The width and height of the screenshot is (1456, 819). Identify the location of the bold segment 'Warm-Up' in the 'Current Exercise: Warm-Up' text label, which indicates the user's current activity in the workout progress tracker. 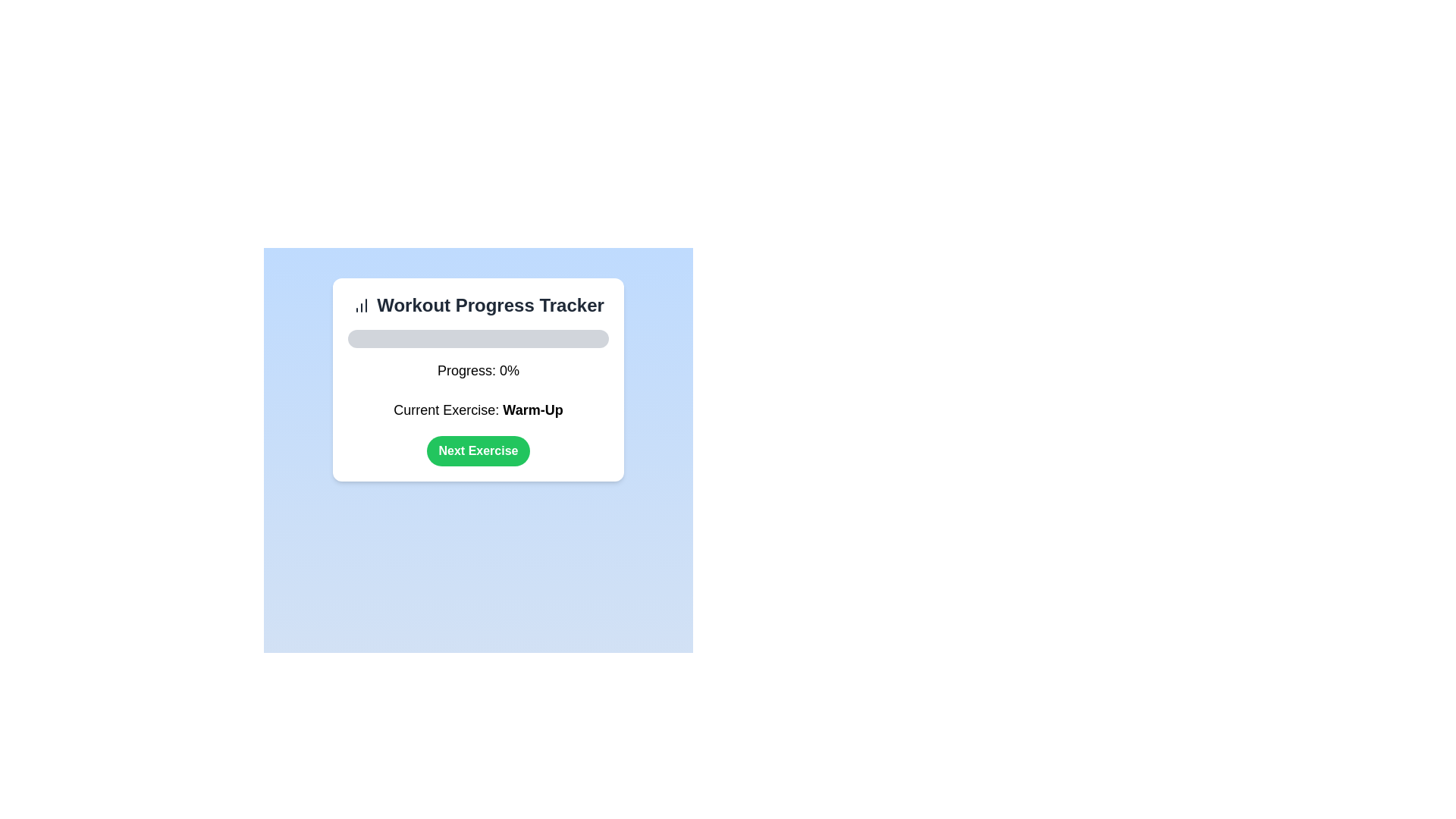
(533, 409).